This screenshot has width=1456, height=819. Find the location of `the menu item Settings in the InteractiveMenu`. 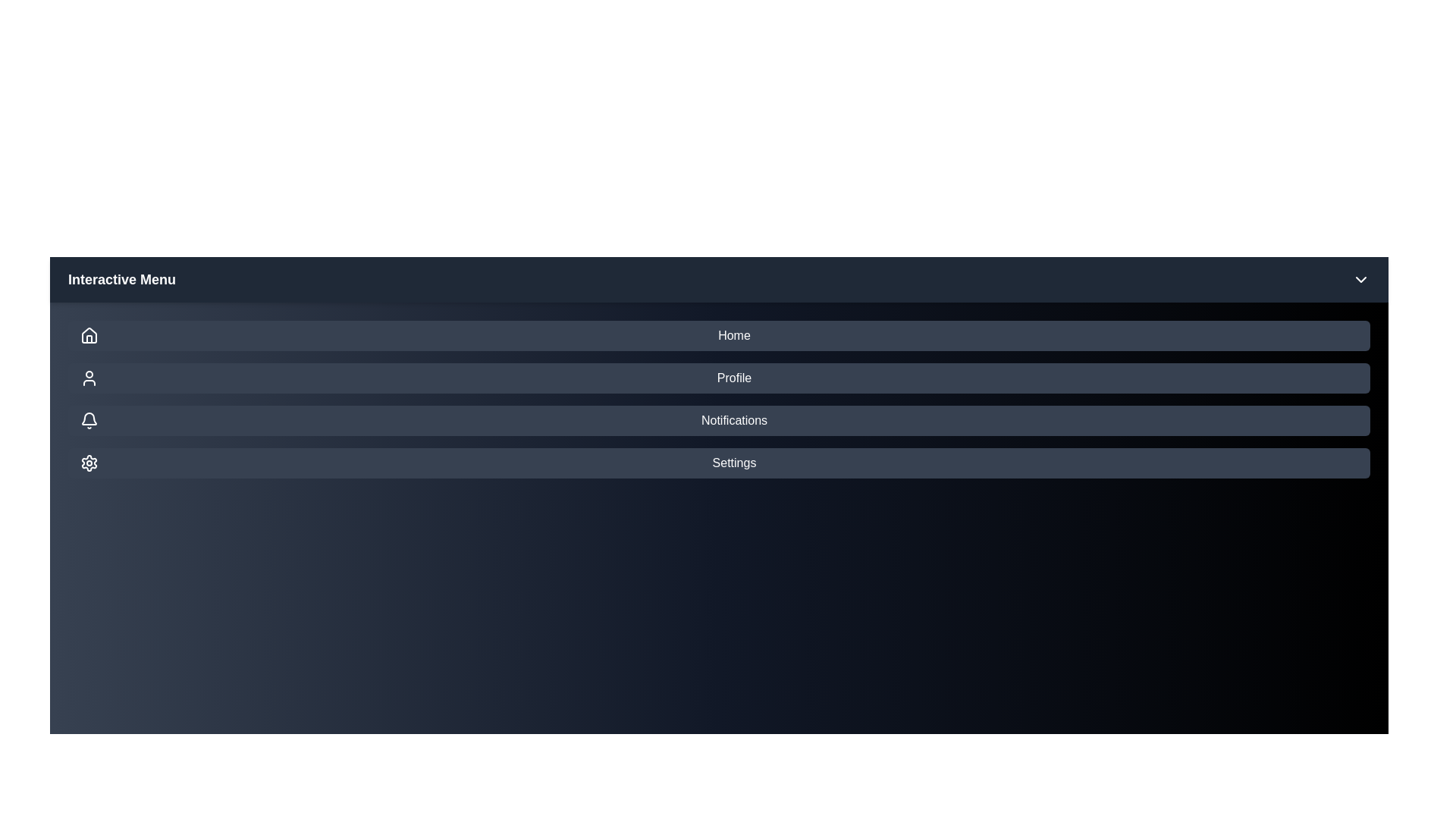

the menu item Settings in the InteractiveMenu is located at coordinates (718, 462).